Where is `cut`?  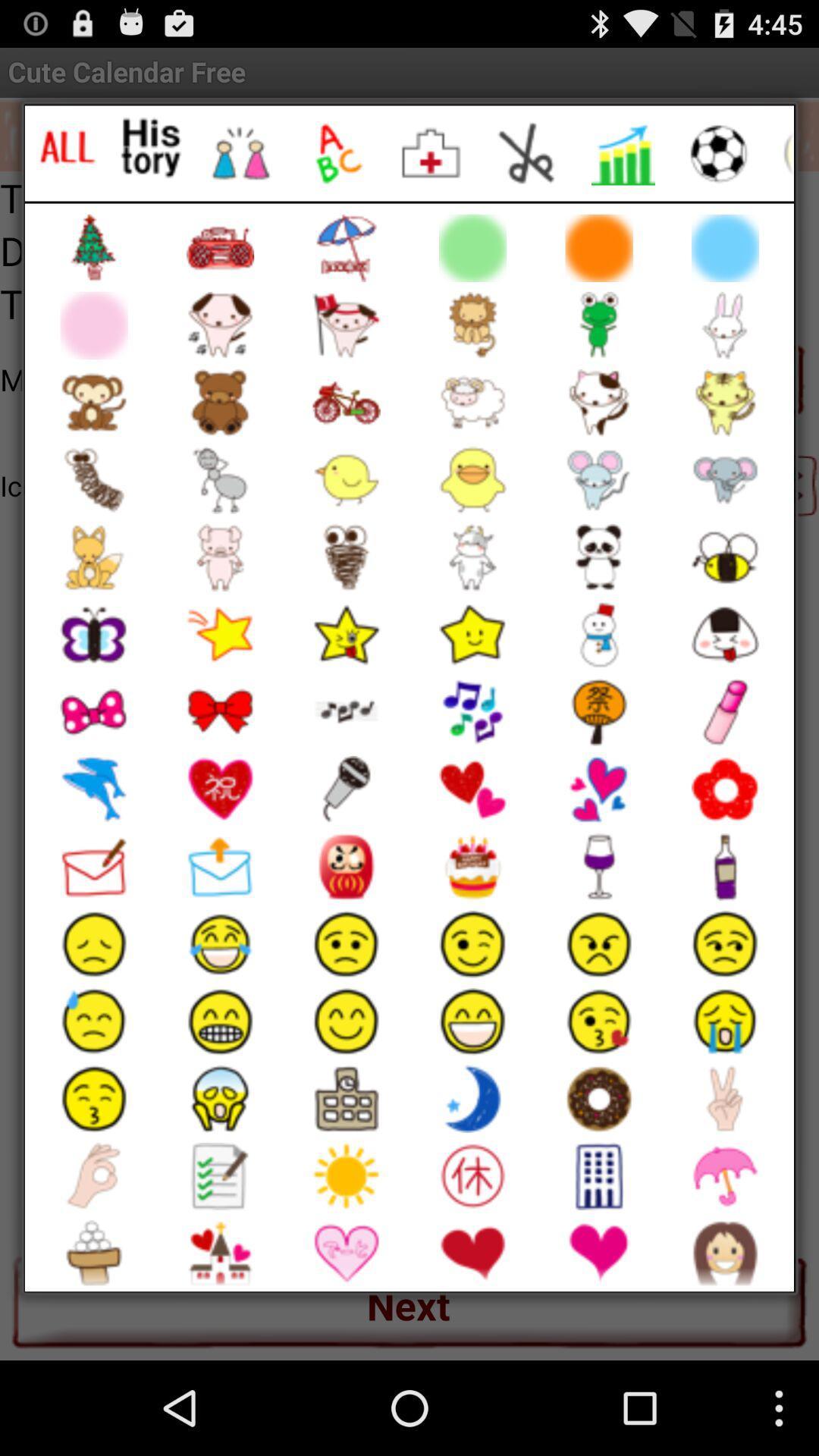 cut is located at coordinates (526, 153).